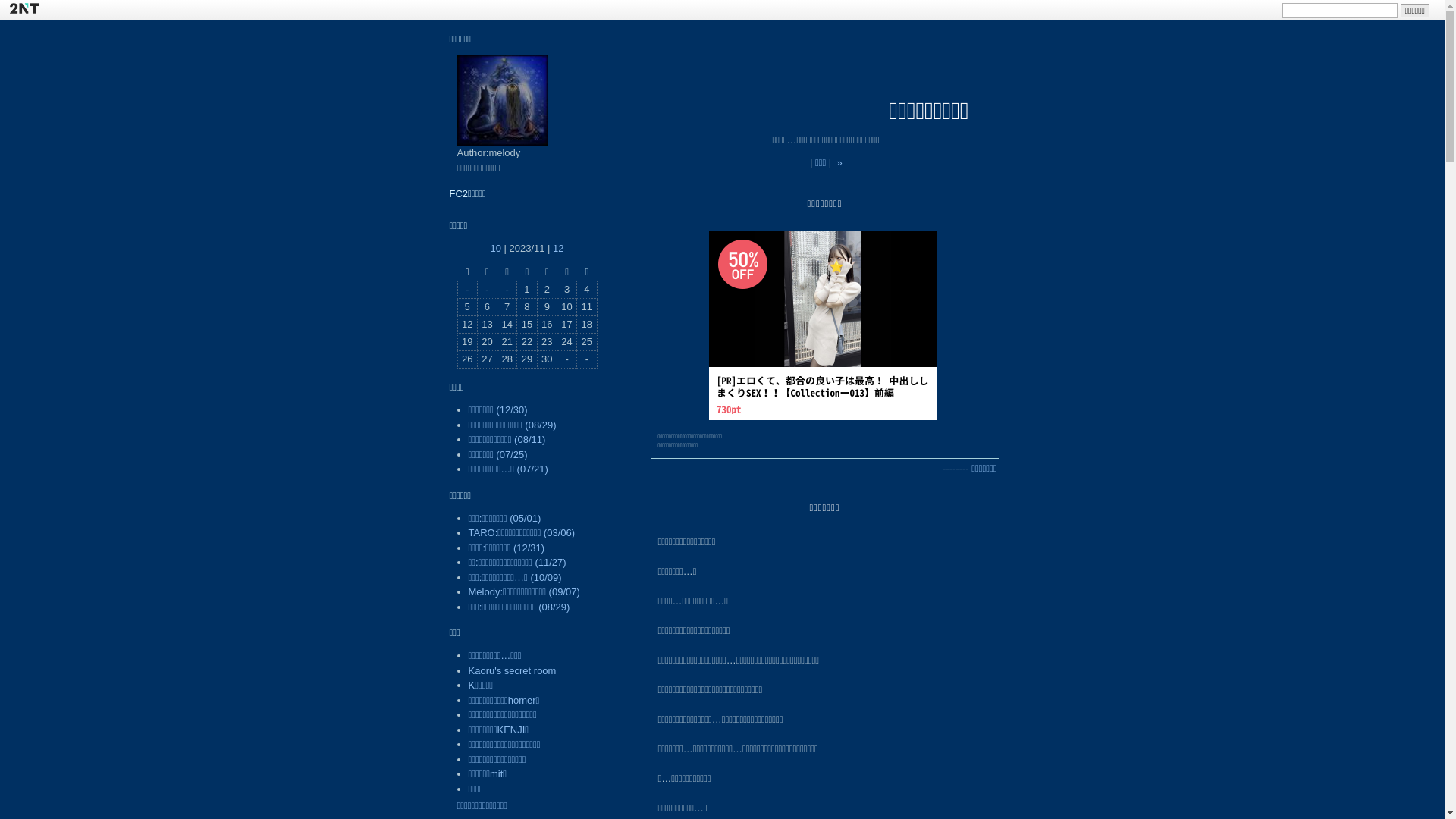 The width and height of the screenshot is (1456, 819). Describe the element at coordinates (557, 247) in the screenshot. I see `'12'` at that location.